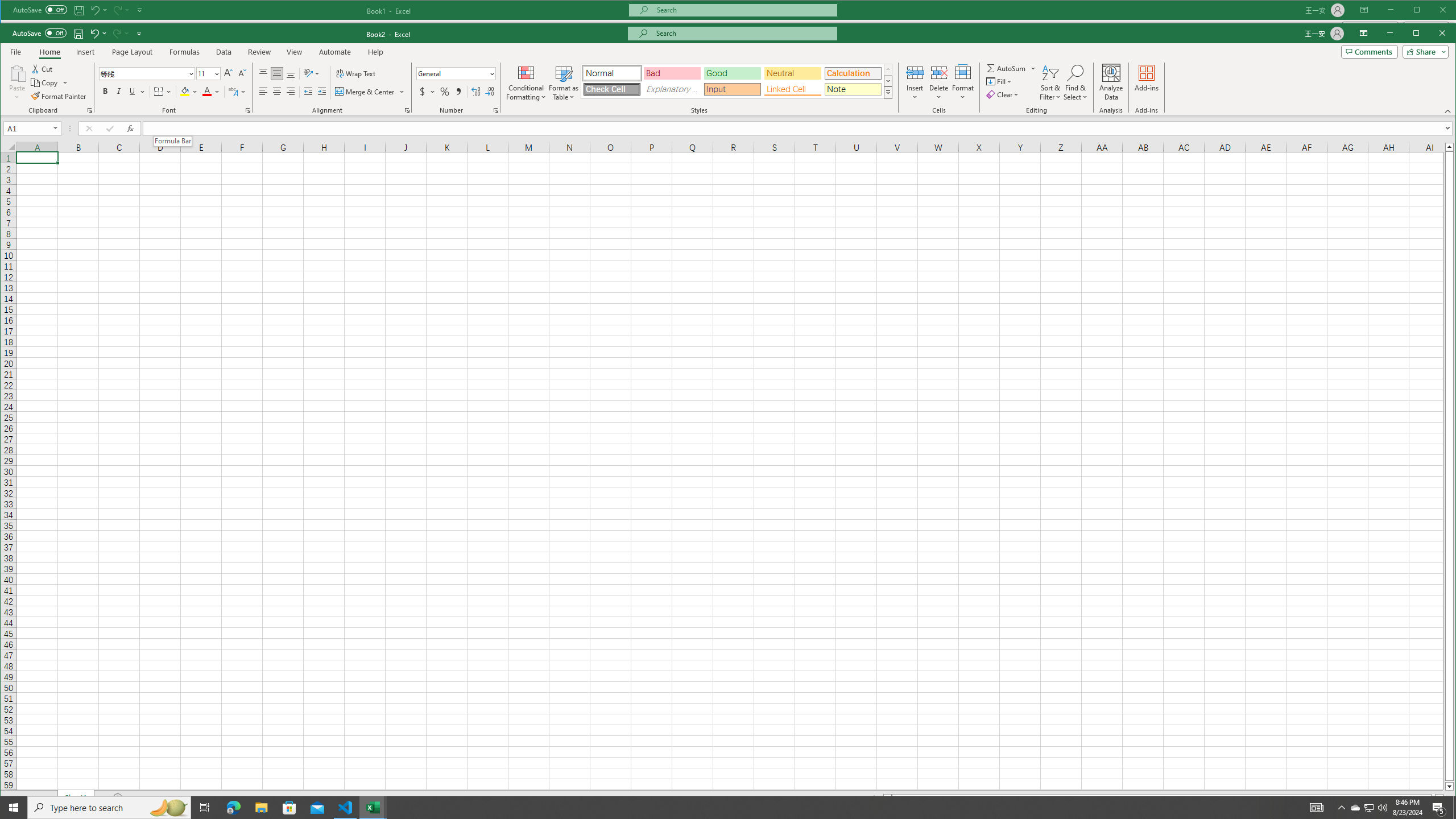 This screenshot has width=1456, height=819. Describe the element at coordinates (914, 82) in the screenshot. I see `'Insert'` at that location.